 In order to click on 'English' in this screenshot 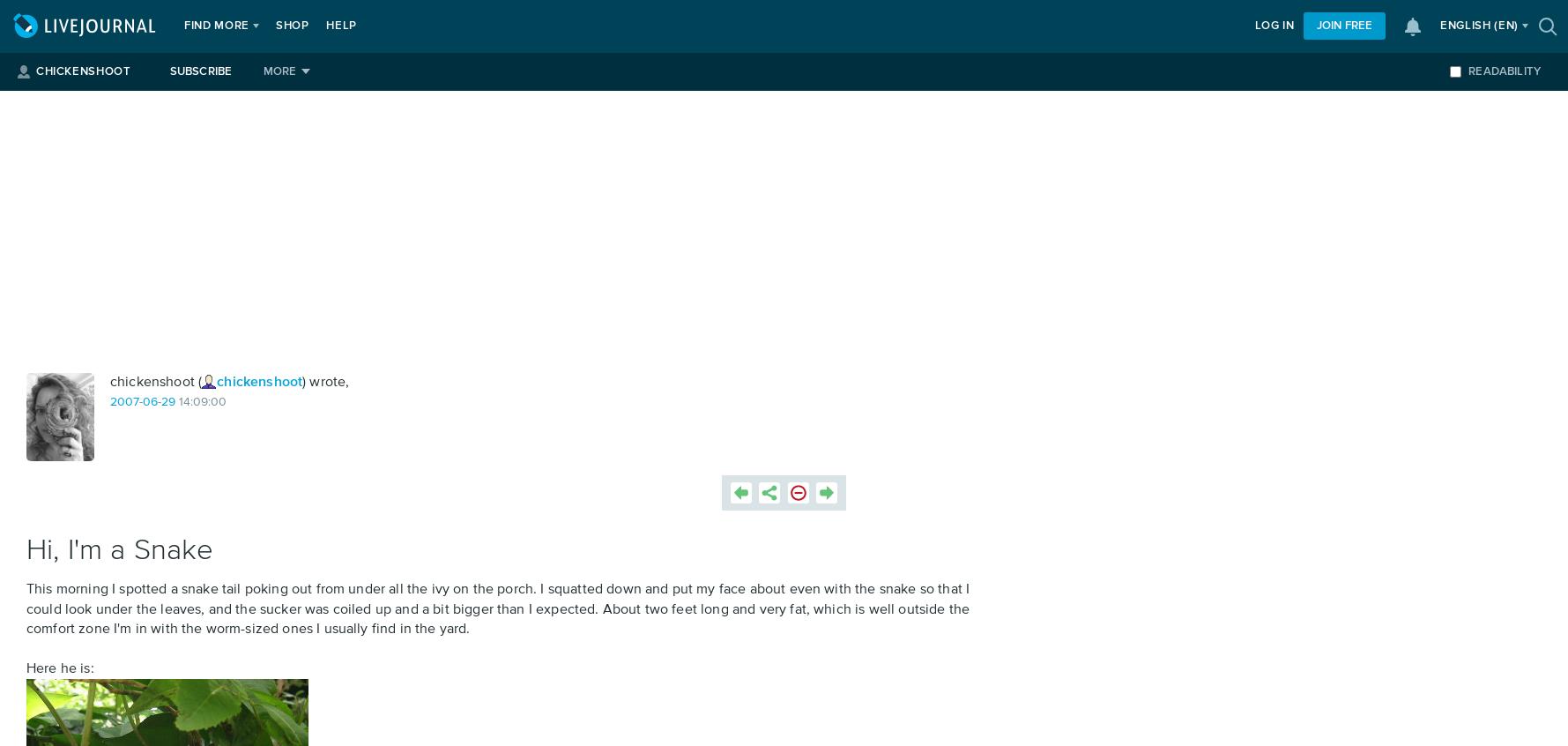, I will do `click(1439, 25)`.